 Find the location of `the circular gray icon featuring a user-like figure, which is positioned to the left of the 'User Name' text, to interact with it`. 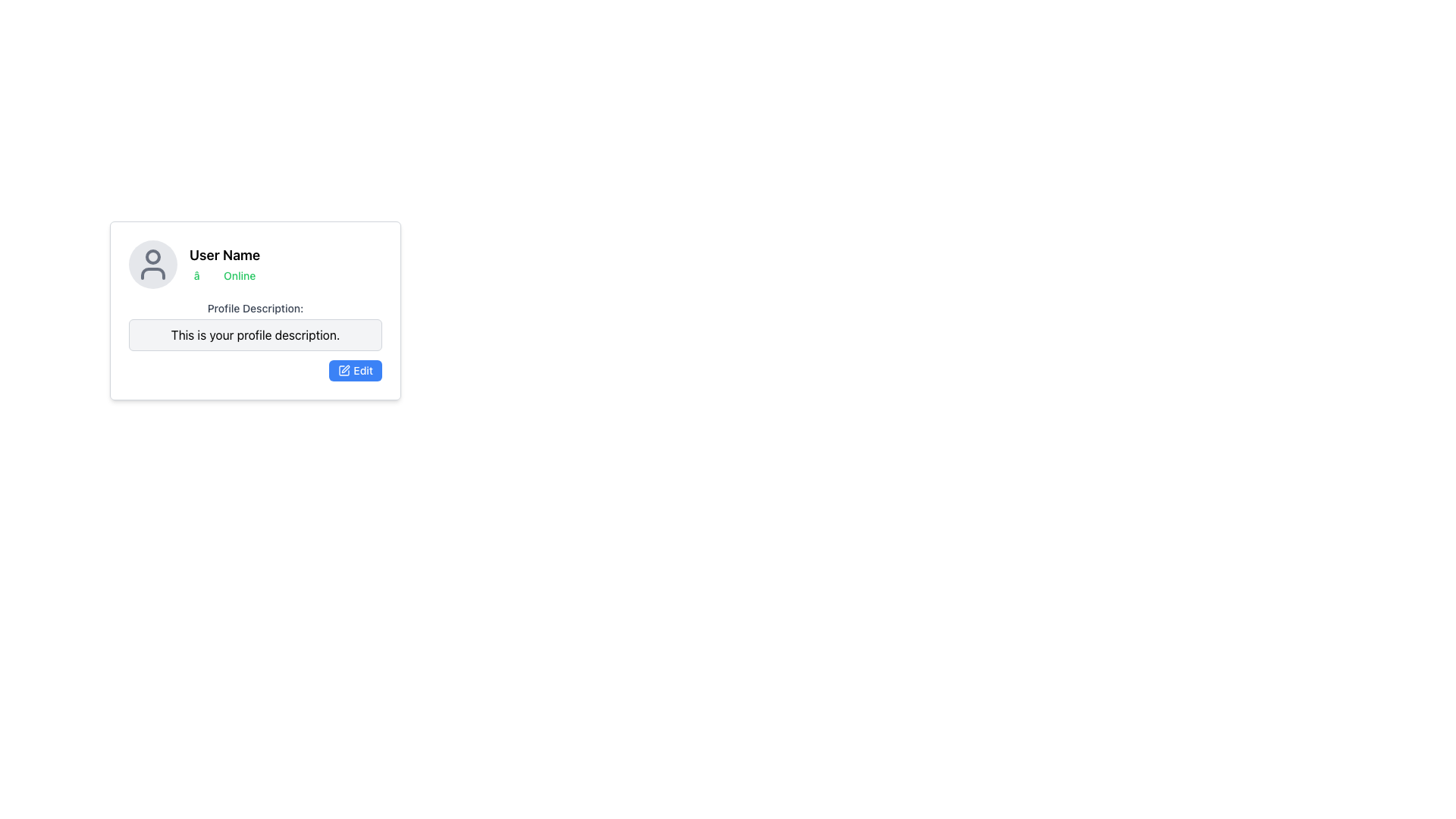

the circular gray icon featuring a user-like figure, which is positioned to the left of the 'User Name' text, to interact with it is located at coordinates (152, 263).